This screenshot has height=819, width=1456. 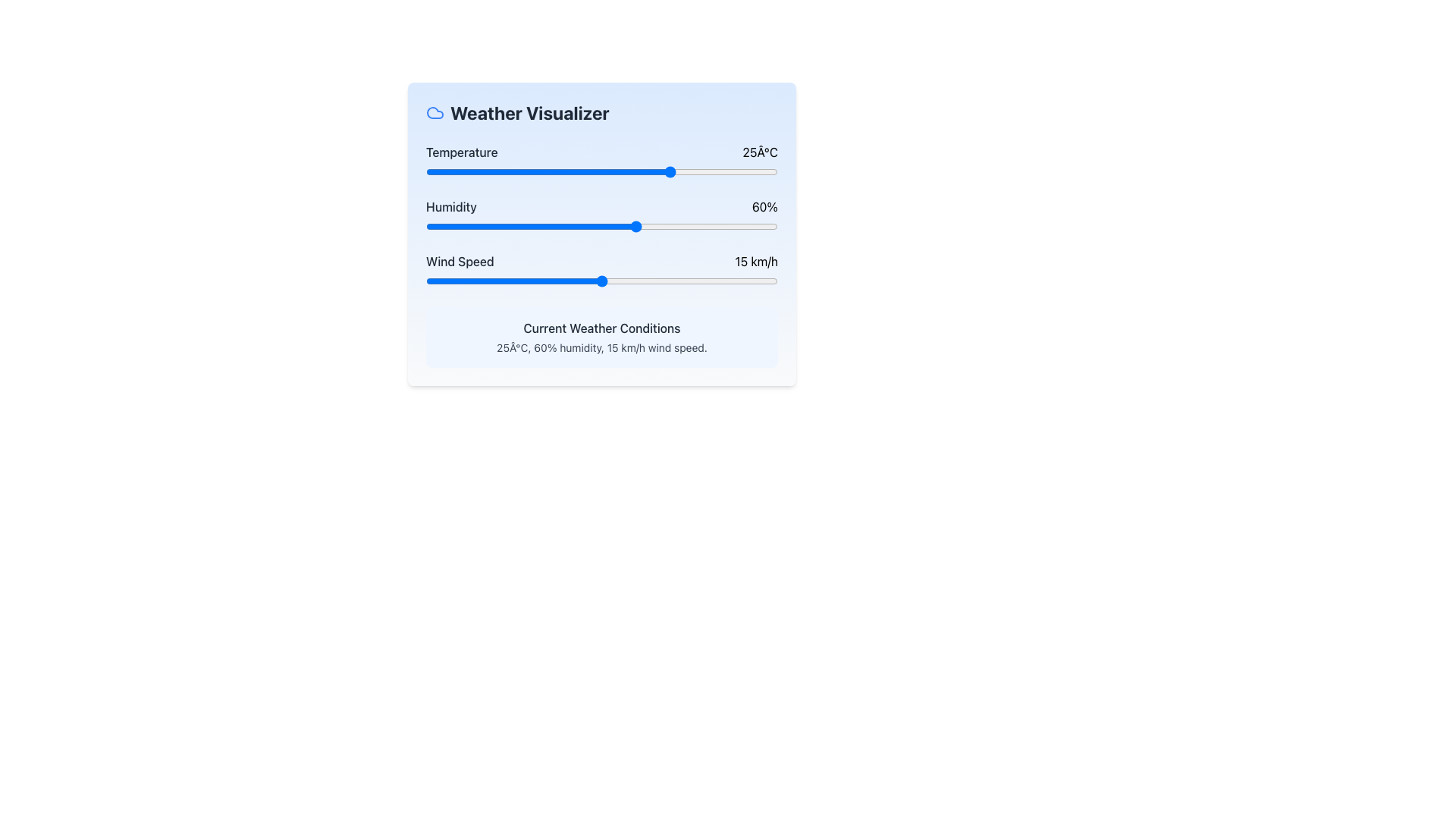 What do you see at coordinates (760, 152) in the screenshot?
I see `the static text display showing '25Â°C', which is aligned to the right of the 'Temperature' slider` at bounding box center [760, 152].